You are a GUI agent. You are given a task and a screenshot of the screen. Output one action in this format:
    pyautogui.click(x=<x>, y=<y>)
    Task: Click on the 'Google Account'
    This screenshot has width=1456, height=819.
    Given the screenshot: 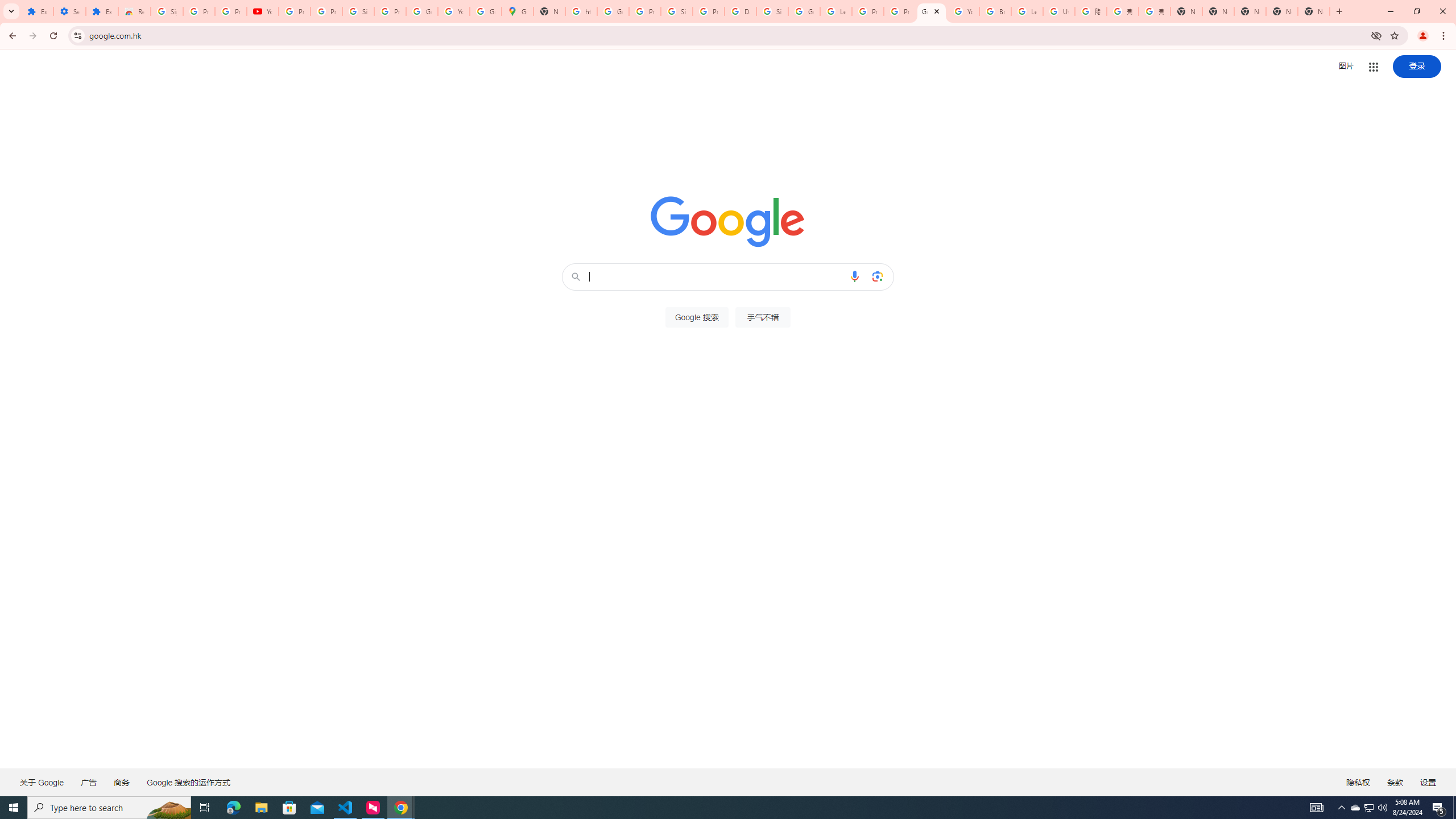 What is the action you would take?
    pyautogui.click(x=421, y=11)
    